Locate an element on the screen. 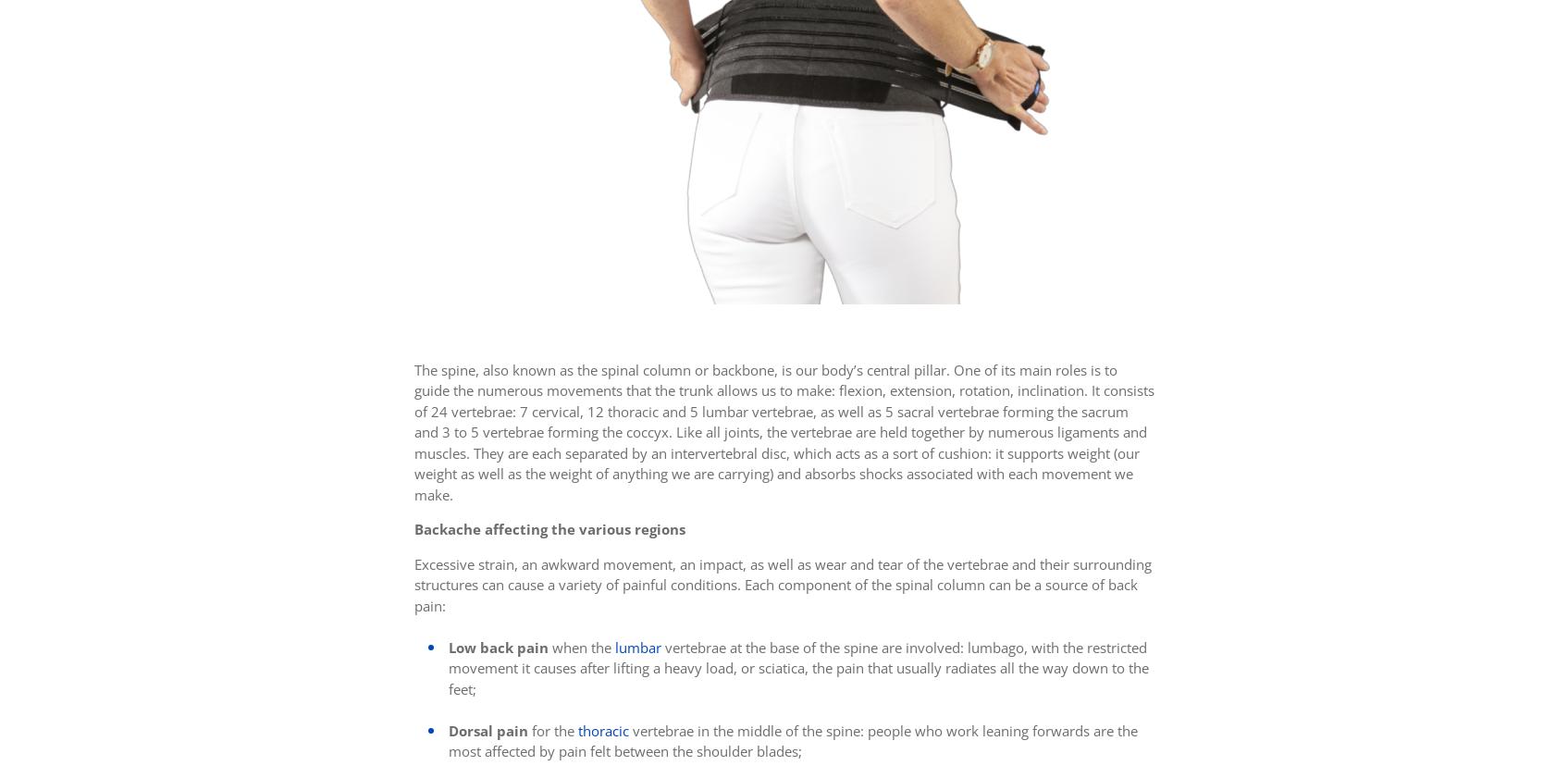 This screenshot has height=778, width=1568. 'vertebrae at the base of the spine are involved: lumbago, with the restricted movement it causes after lifting a heavy load, or sciatica, the pain that usually radiates all the way down to the feet;' is located at coordinates (797, 667).